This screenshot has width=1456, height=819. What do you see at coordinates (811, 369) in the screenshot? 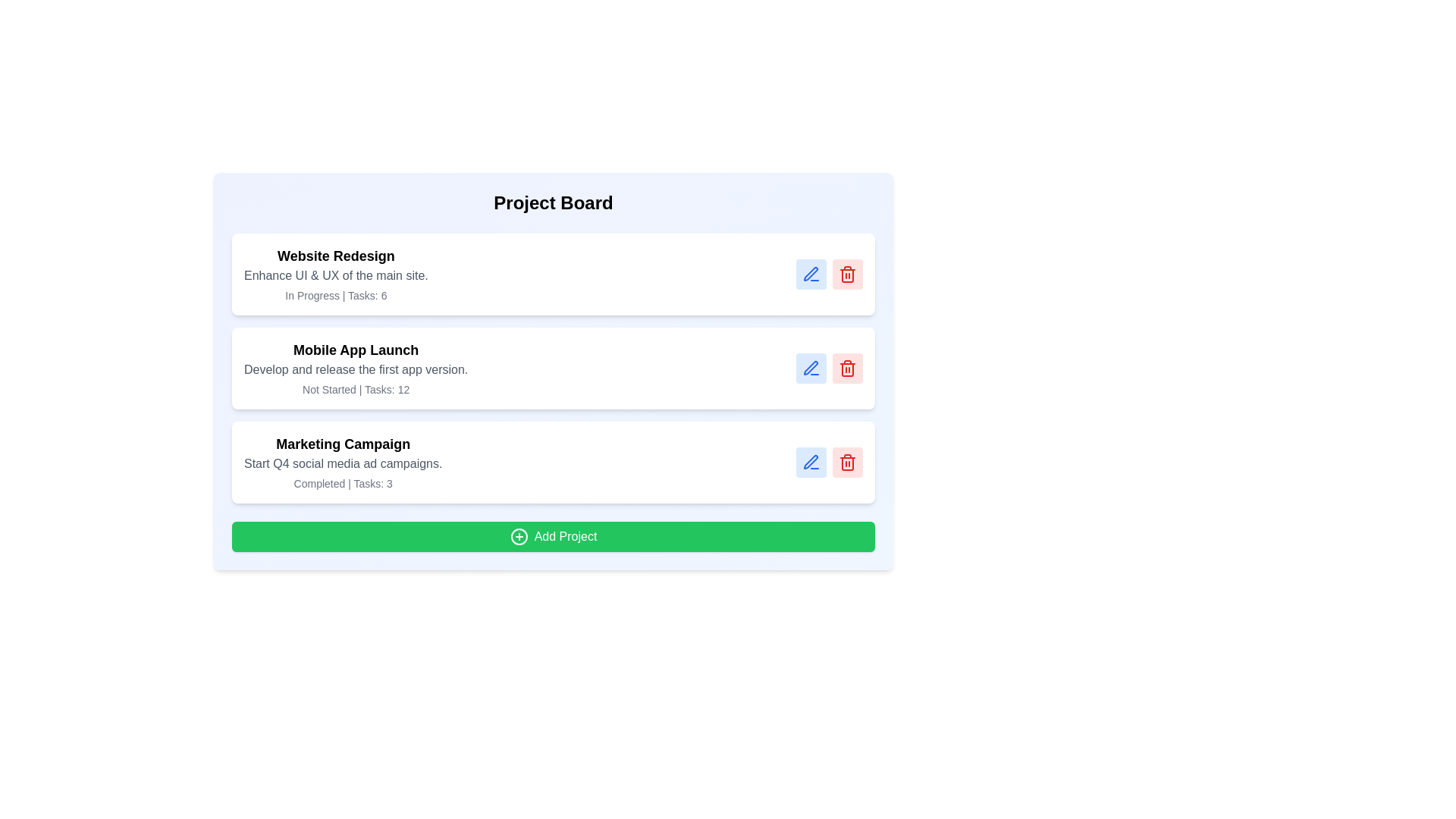
I see `the edit button for the project 'Mobile App Launch'` at bounding box center [811, 369].